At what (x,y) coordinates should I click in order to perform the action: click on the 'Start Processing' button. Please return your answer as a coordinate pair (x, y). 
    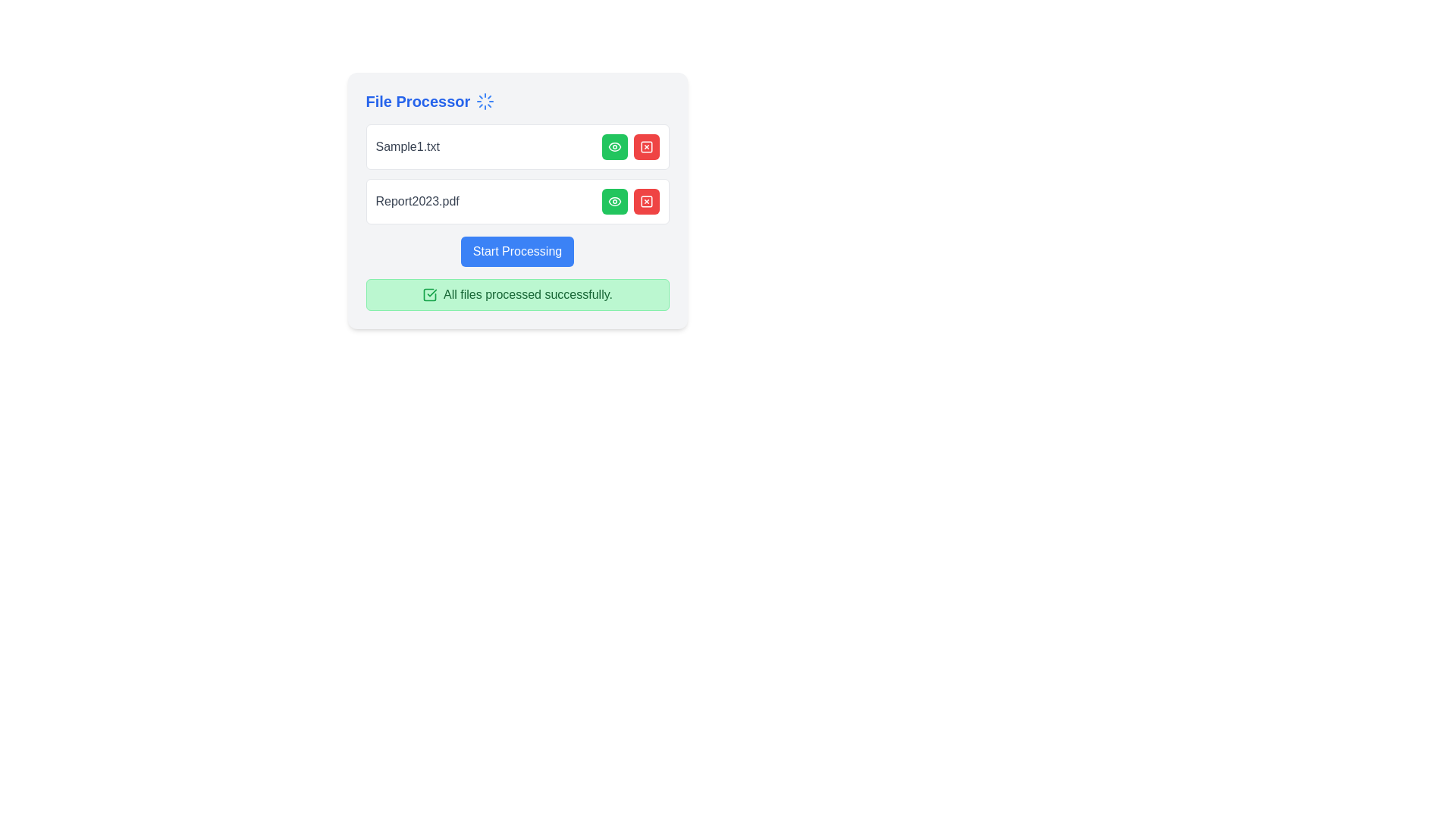
    Looking at the image, I should click on (517, 250).